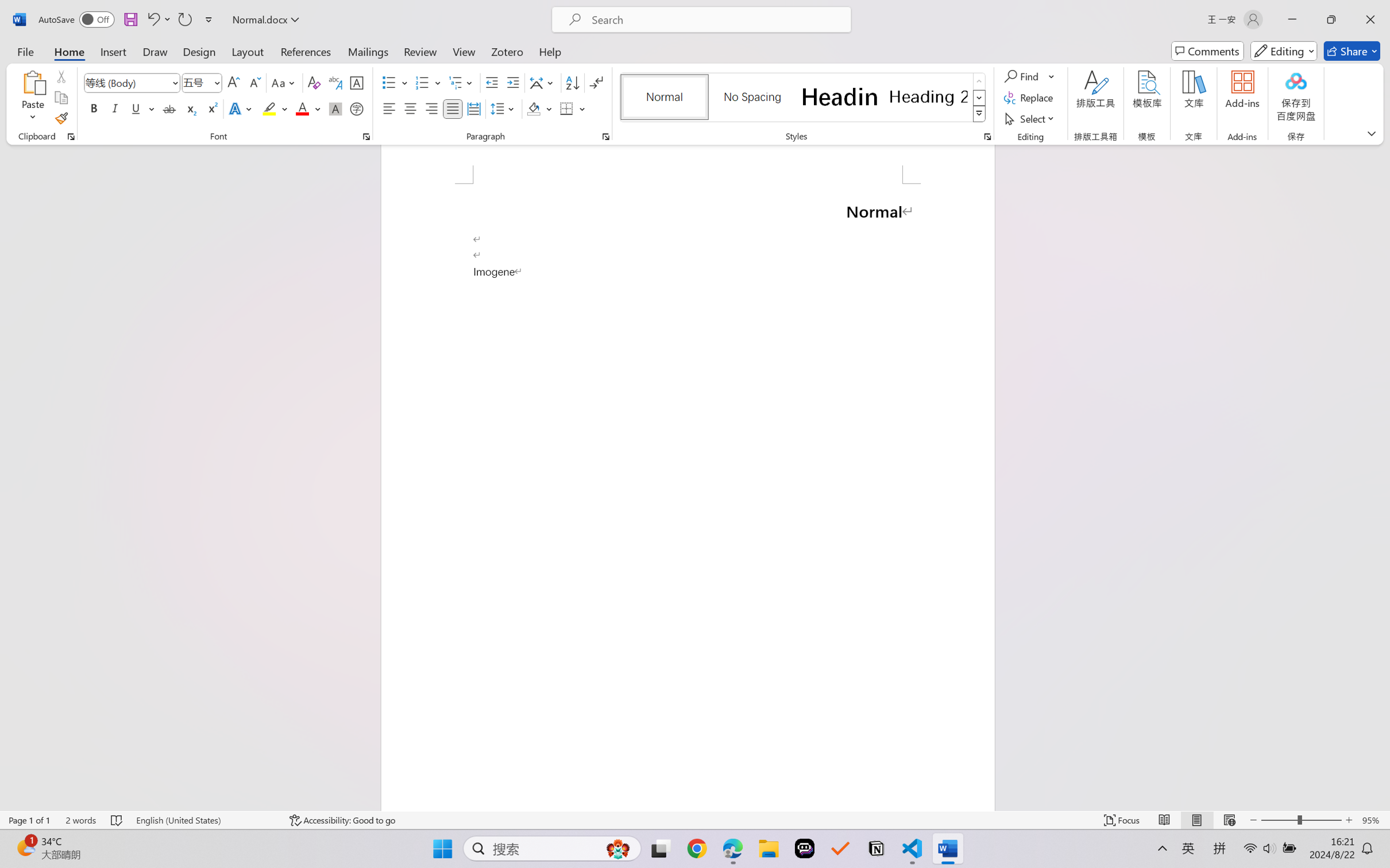 The image size is (1390, 868). Describe the element at coordinates (157, 19) in the screenshot. I see `'Undo Style'` at that location.